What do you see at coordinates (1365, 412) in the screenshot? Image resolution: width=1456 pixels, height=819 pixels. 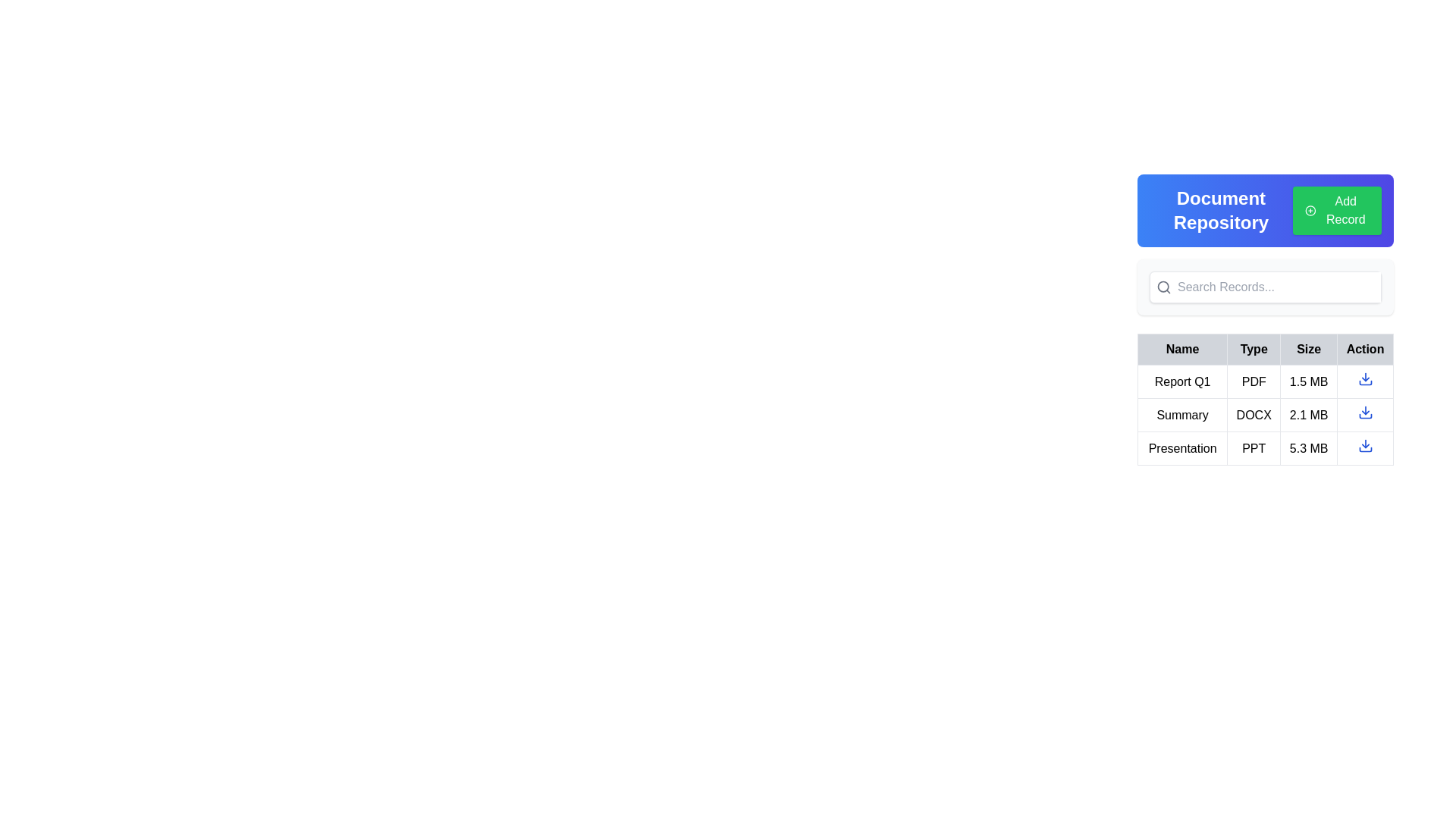 I see `the 'Summary' download button located in the 'Action' column of the second row in the file details table to initiate the download process` at bounding box center [1365, 412].